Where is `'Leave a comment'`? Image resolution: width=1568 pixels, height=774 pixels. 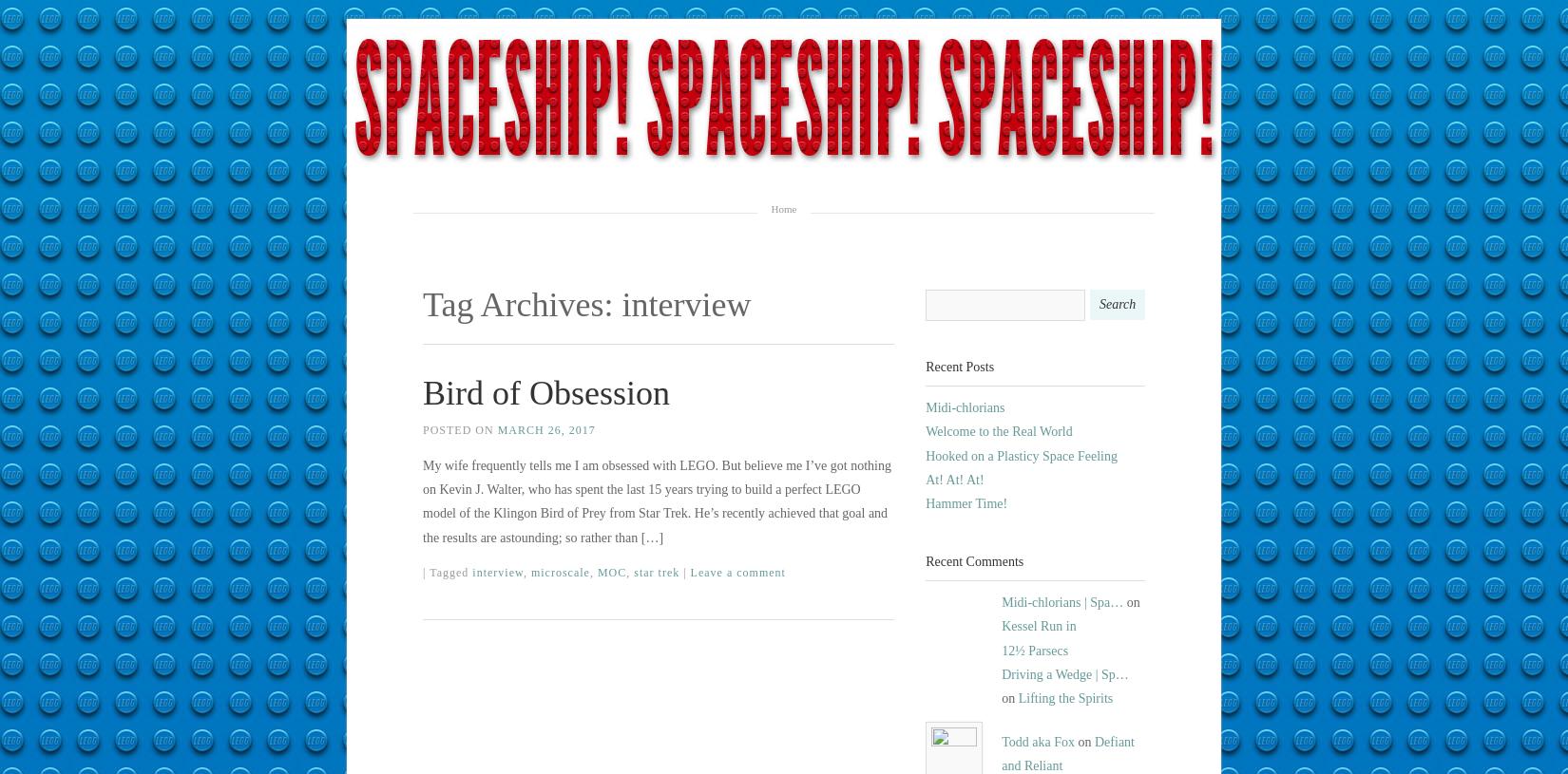 'Leave a comment' is located at coordinates (736, 571).